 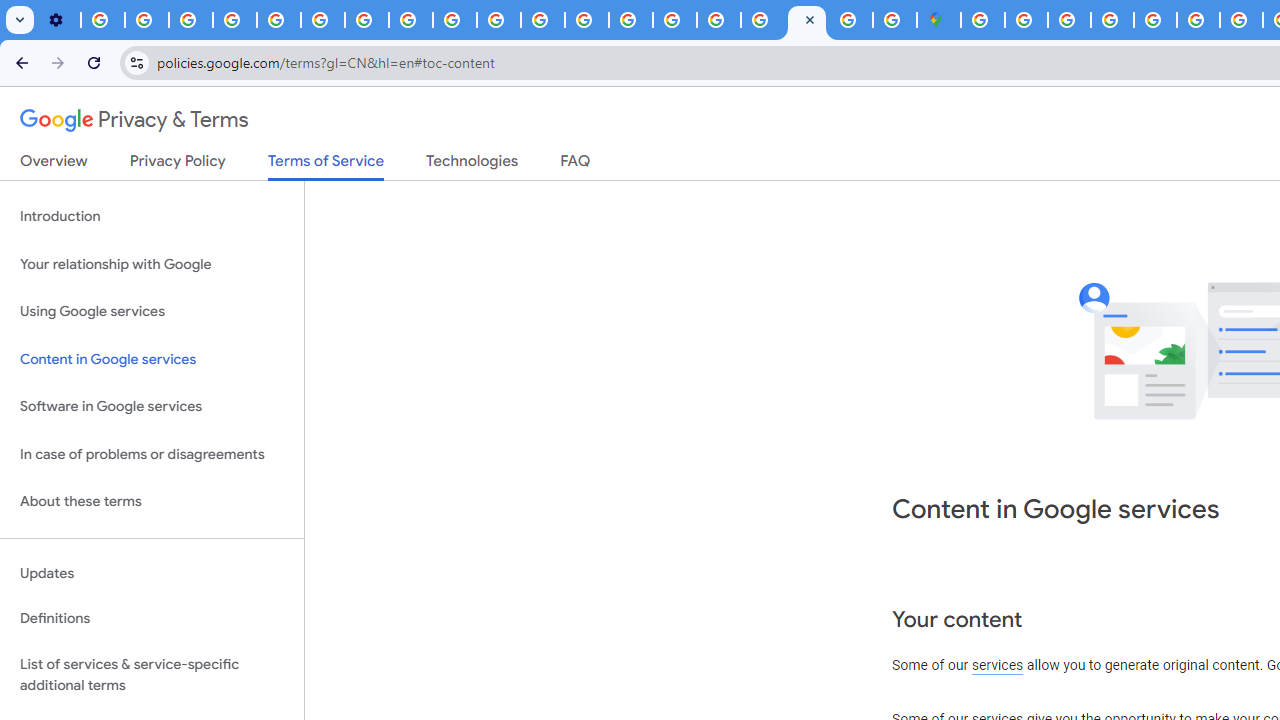 What do you see at coordinates (146, 20) in the screenshot?
I see `'Learn how to find your photos - Google Photos Help'` at bounding box center [146, 20].